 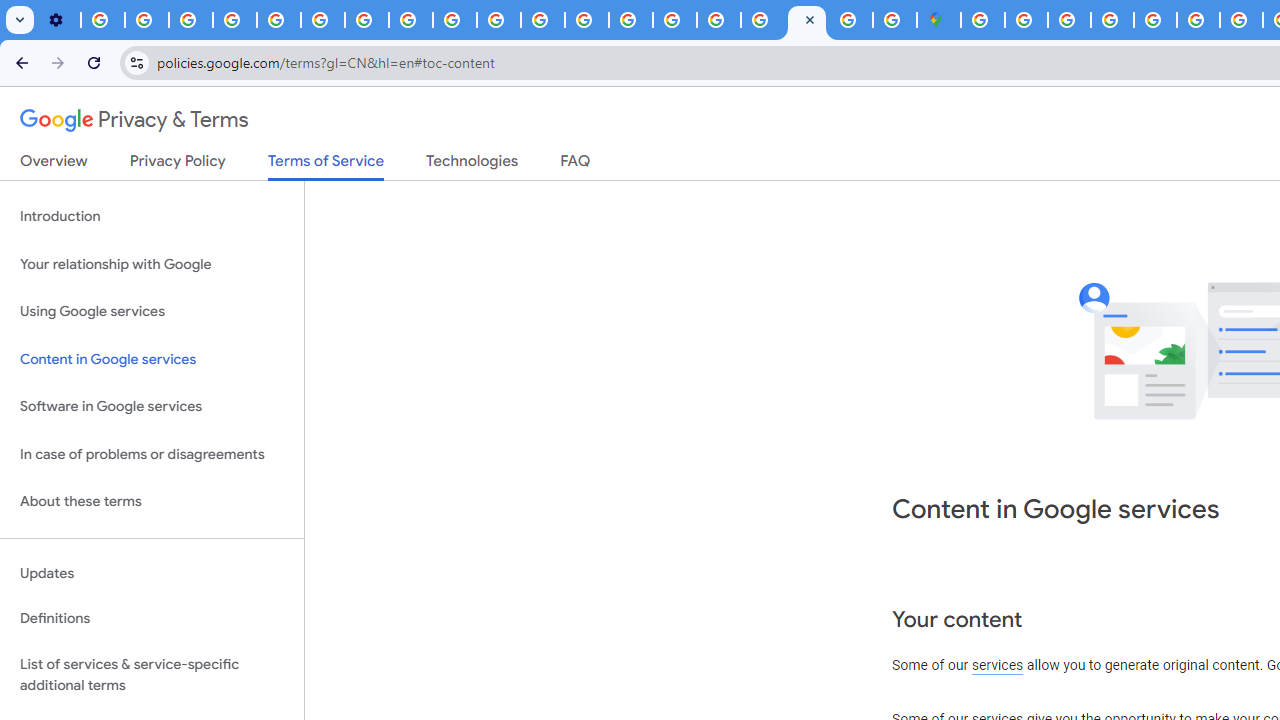 What do you see at coordinates (146, 20) in the screenshot?
I see `'Learn how to find your photos - Google Photos Help'` at bounding box center [146, 20].